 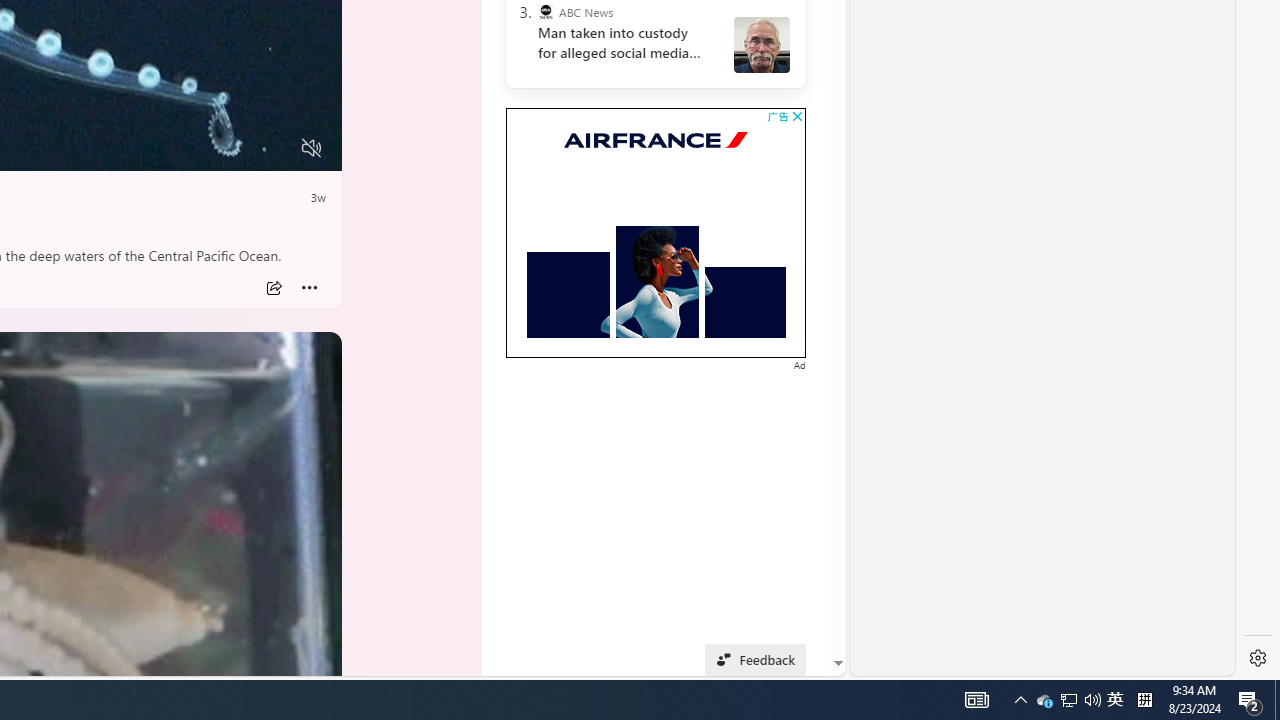 I want to click on 'ABC News', so click(x=545, y=12).